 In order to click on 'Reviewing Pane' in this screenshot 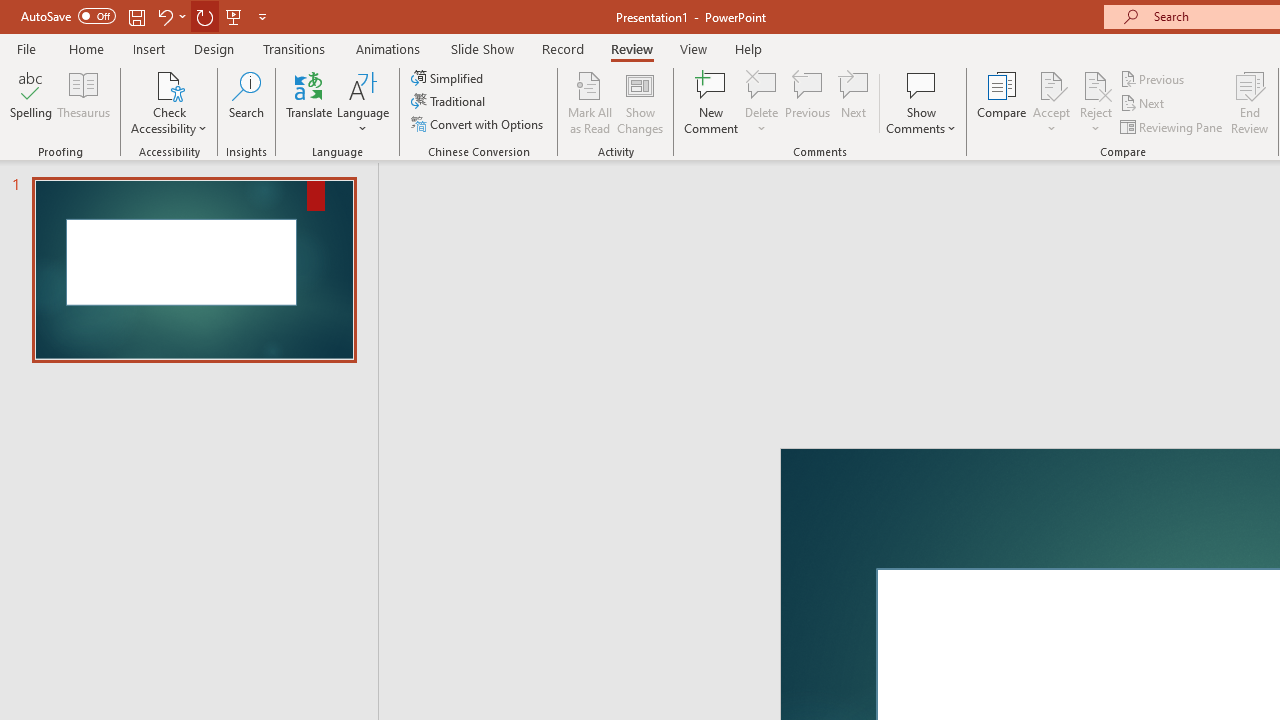, I will do `click(1173, 127)`.